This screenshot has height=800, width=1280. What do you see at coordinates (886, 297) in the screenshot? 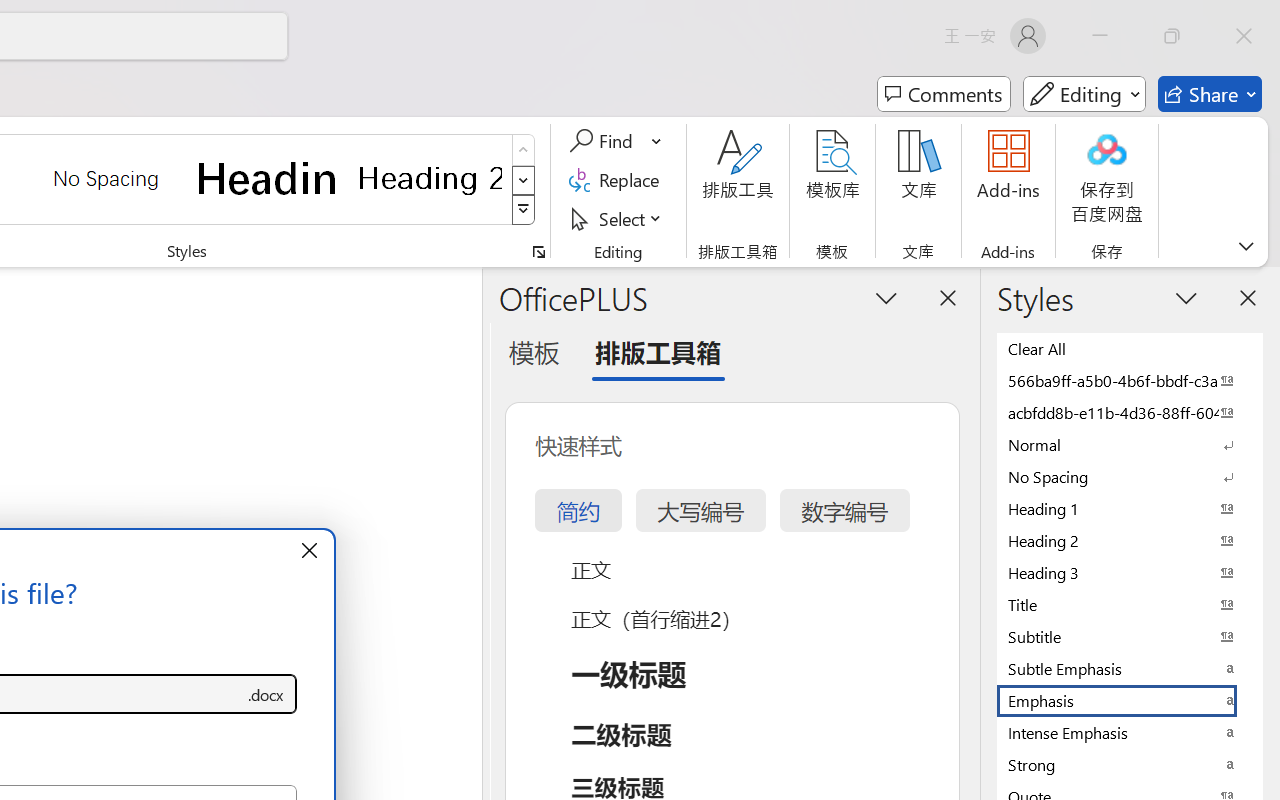
I see `'Task Pane Options'` at bounding box center [886, 297].